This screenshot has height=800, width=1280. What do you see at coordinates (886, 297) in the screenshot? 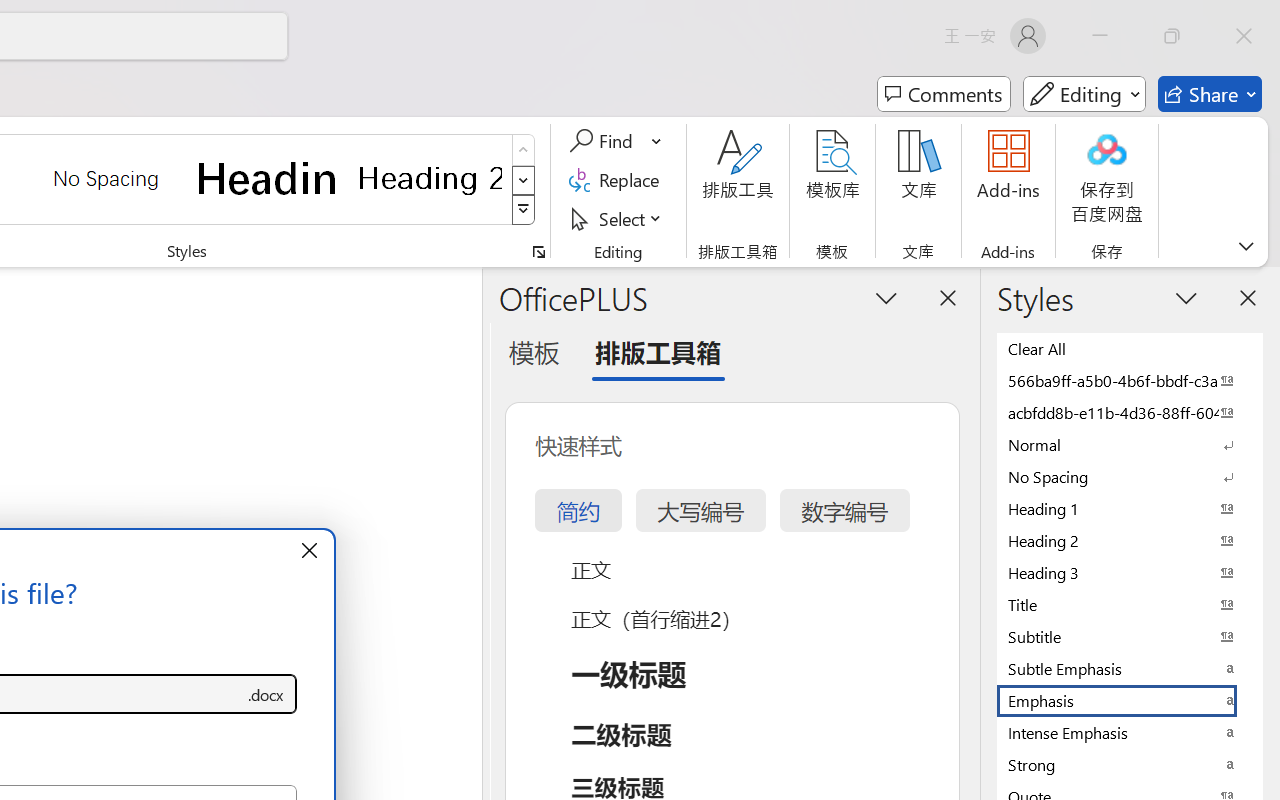
I see `'Task Pane Options'` at bounding box center [886, 297].